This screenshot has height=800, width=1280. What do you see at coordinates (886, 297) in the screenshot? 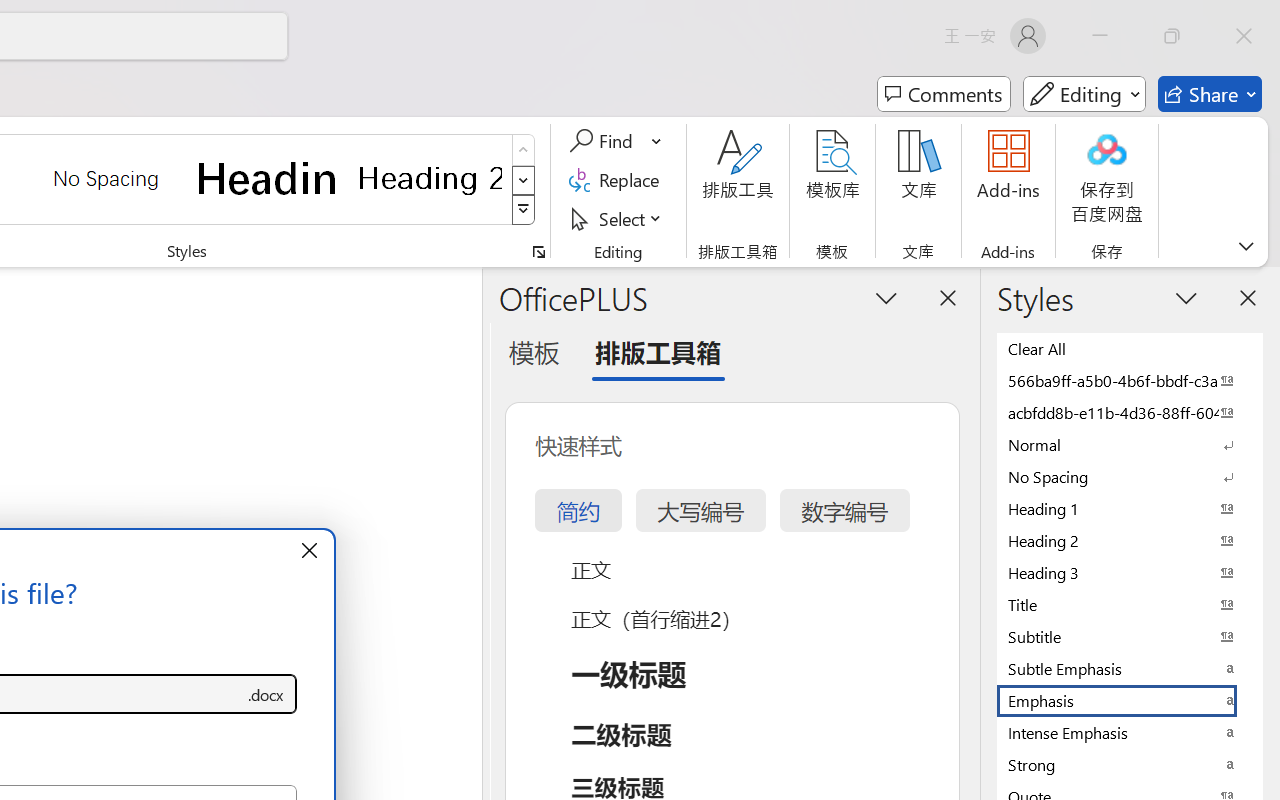
I see `'Task Pane Options'` at bounding box center [886, 297].